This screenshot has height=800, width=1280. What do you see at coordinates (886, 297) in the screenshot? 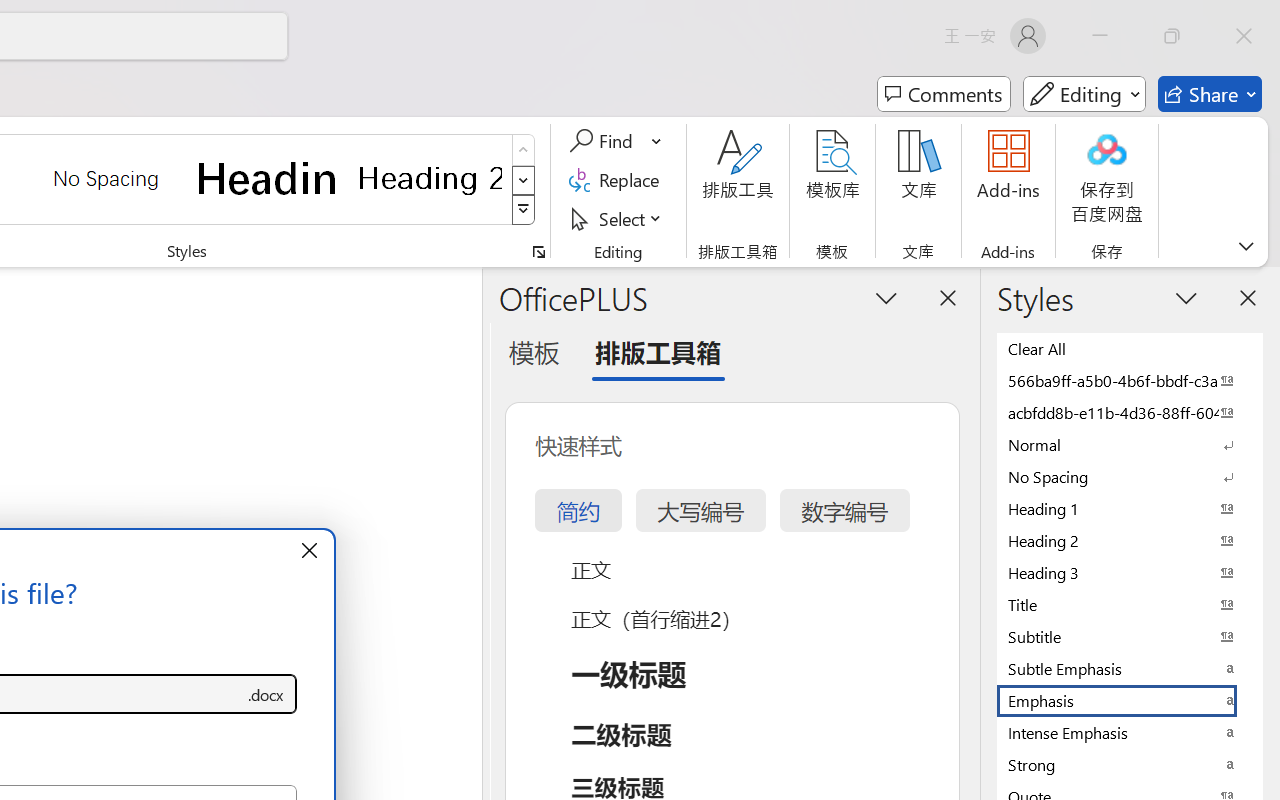
I see `'Task Pane Options'` at bounding box center [886, 297].